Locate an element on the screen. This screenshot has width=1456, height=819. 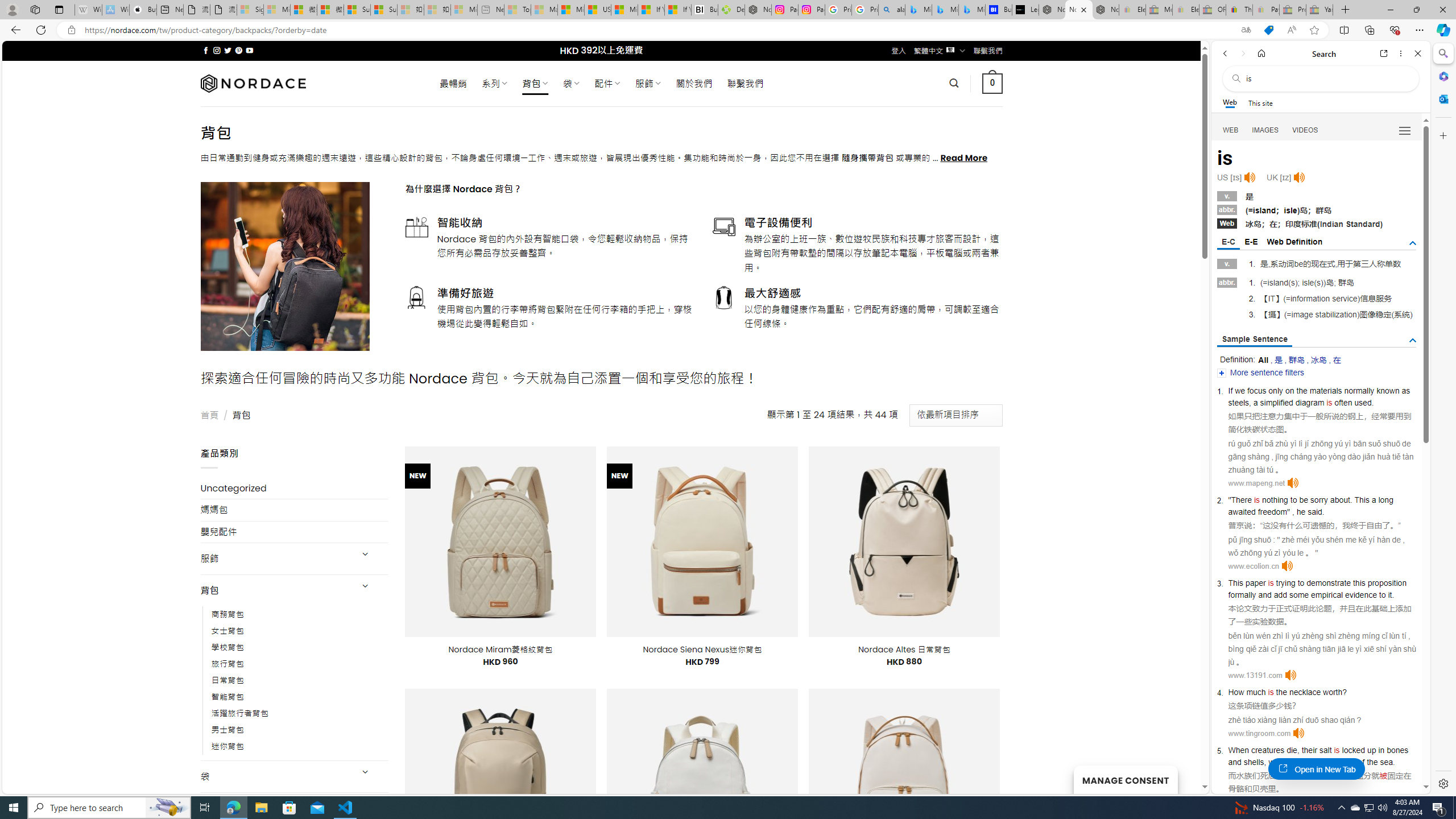
'WEB' is located at coordinates (1231, 130).